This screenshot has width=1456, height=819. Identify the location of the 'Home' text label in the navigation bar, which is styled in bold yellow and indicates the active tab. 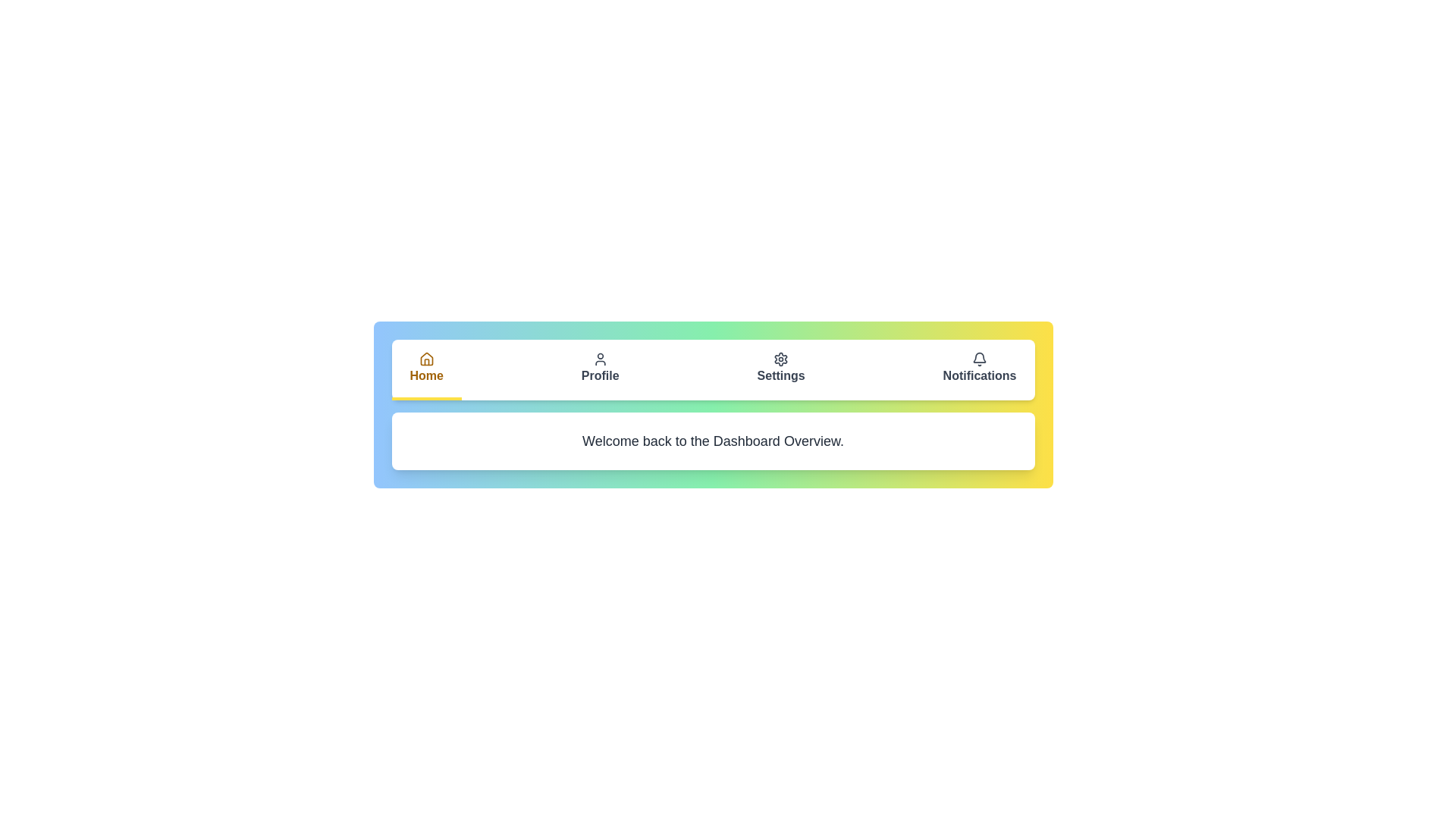
(425, 375).